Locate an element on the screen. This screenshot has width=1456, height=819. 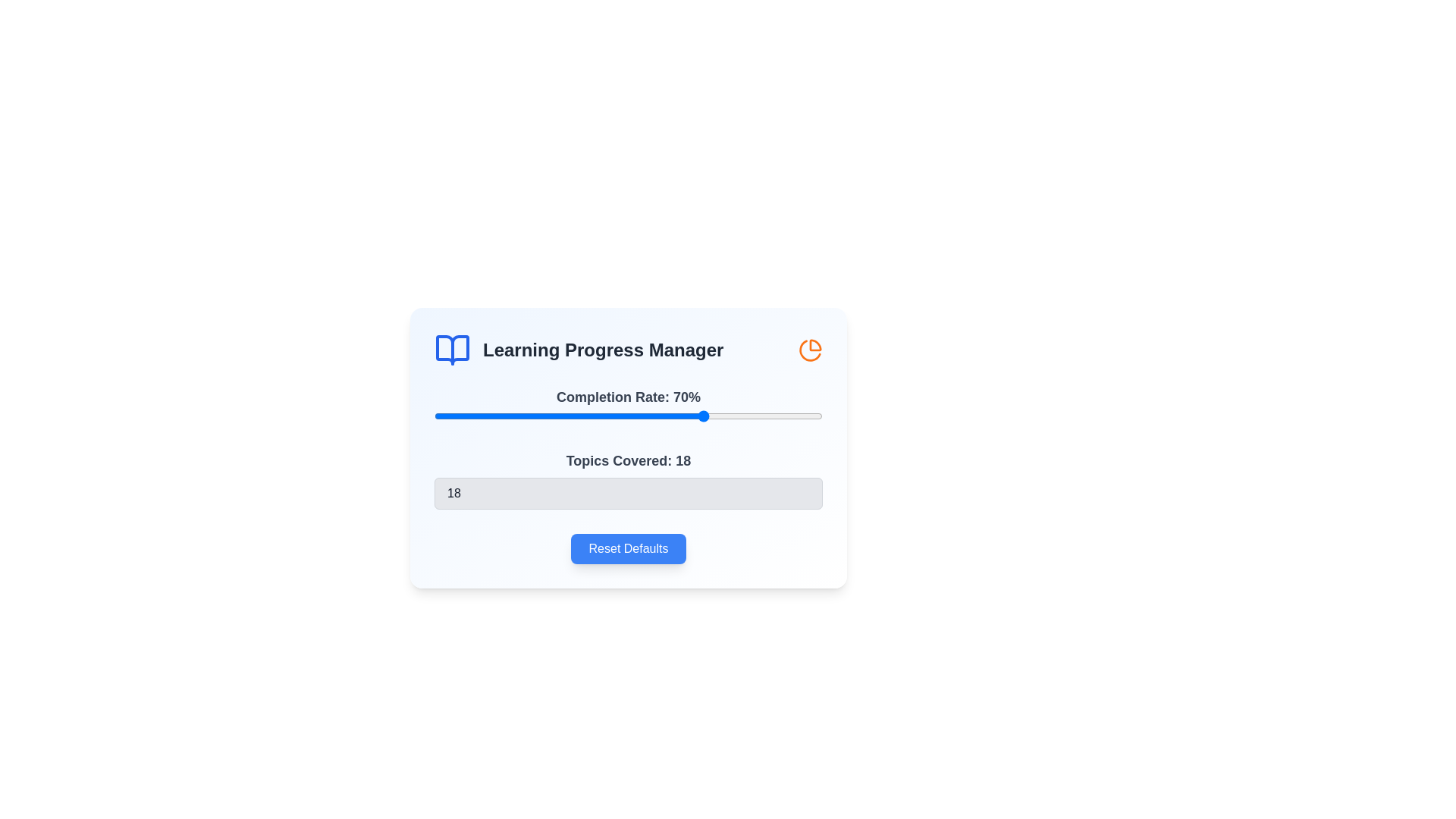
the number of topics covered to 6 by entering the value in the input box is located at coordinates (629, 494).